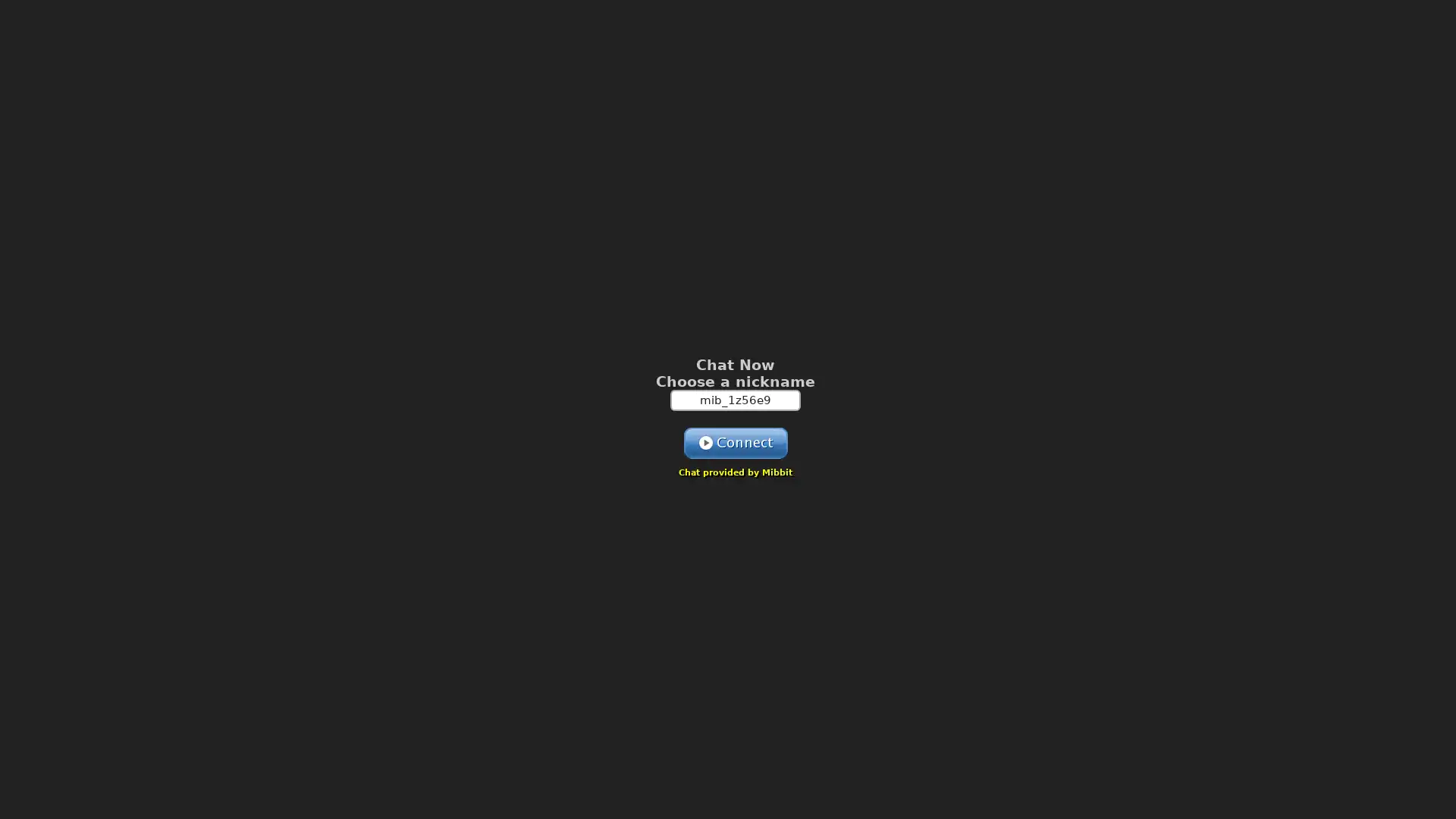  Describe the element at coordinates (735, 442) in the screenshot. I see `Submit` at that location.